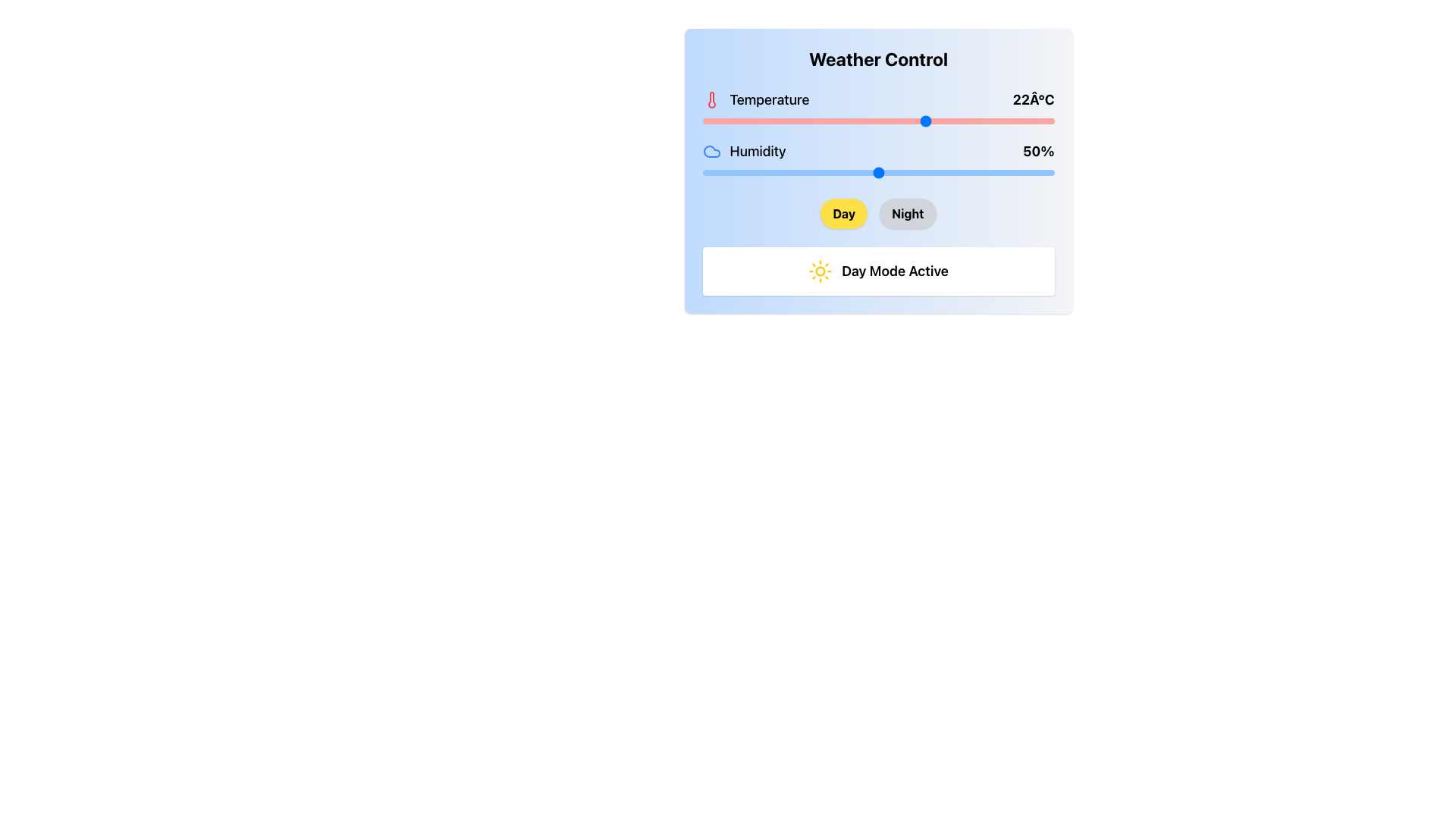 The width and height of the screenshot is (1456, 819). I want to click on the text label indicating humidity, located in the vertical layout under the 'Temperature' section, to the center-left of the interface, so click(758, 152).